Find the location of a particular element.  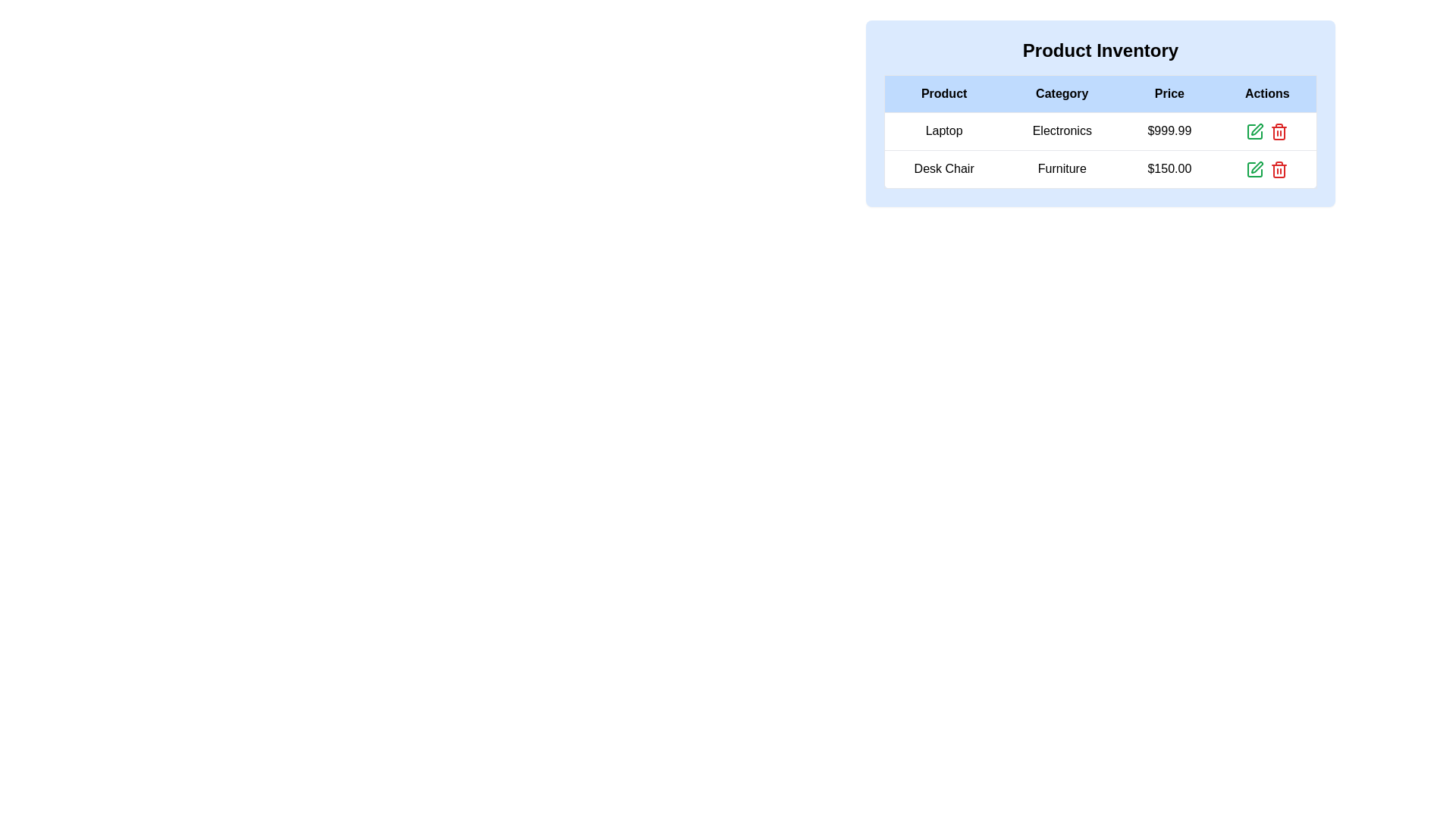

displayed text '$999.99' from the Text display in the first row, third column of the 'Product Inventory' card is located at coordinates (1169, 130).